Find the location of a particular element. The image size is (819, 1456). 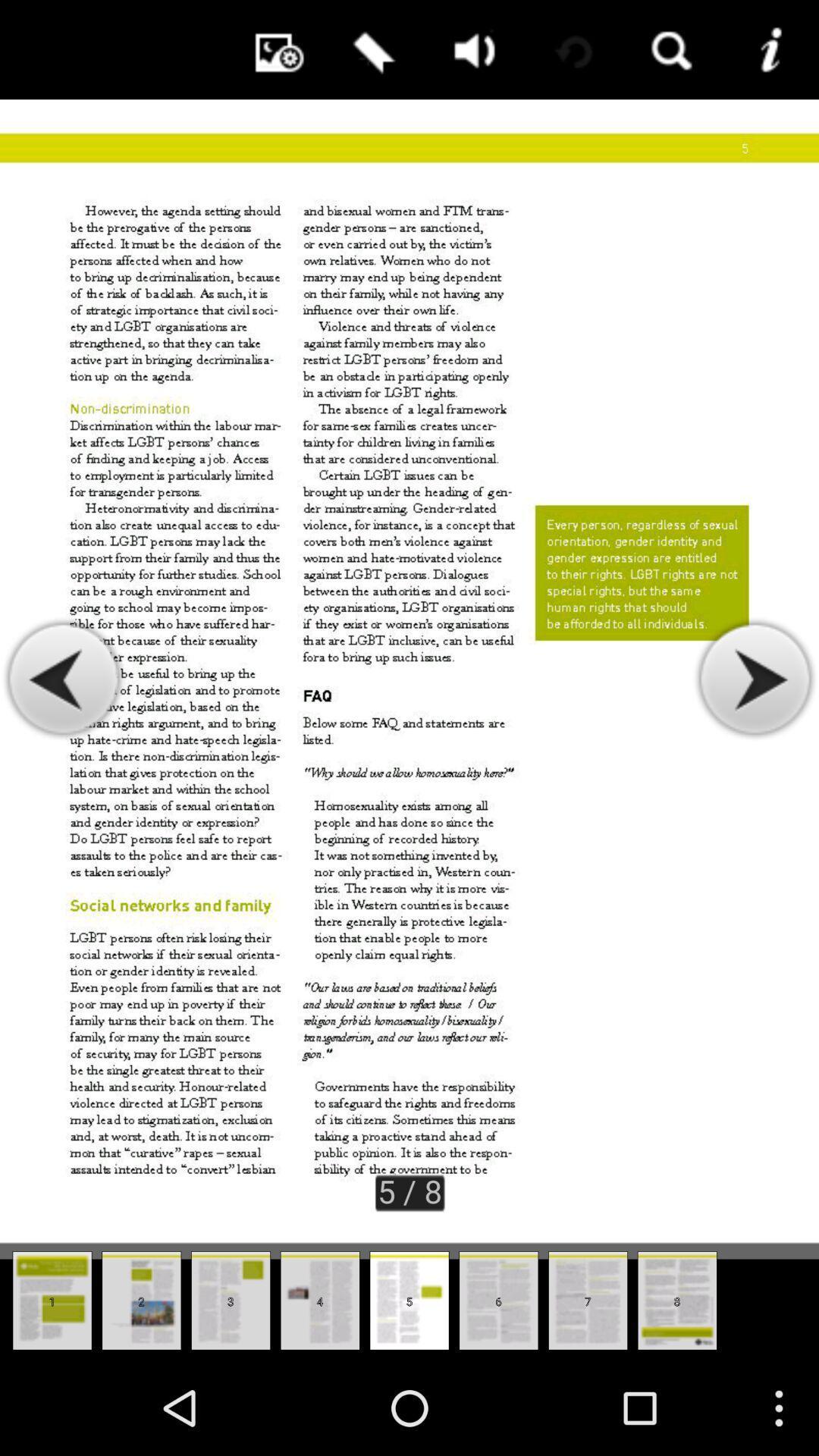

the icon on the right is located at coordinates (754, 679).